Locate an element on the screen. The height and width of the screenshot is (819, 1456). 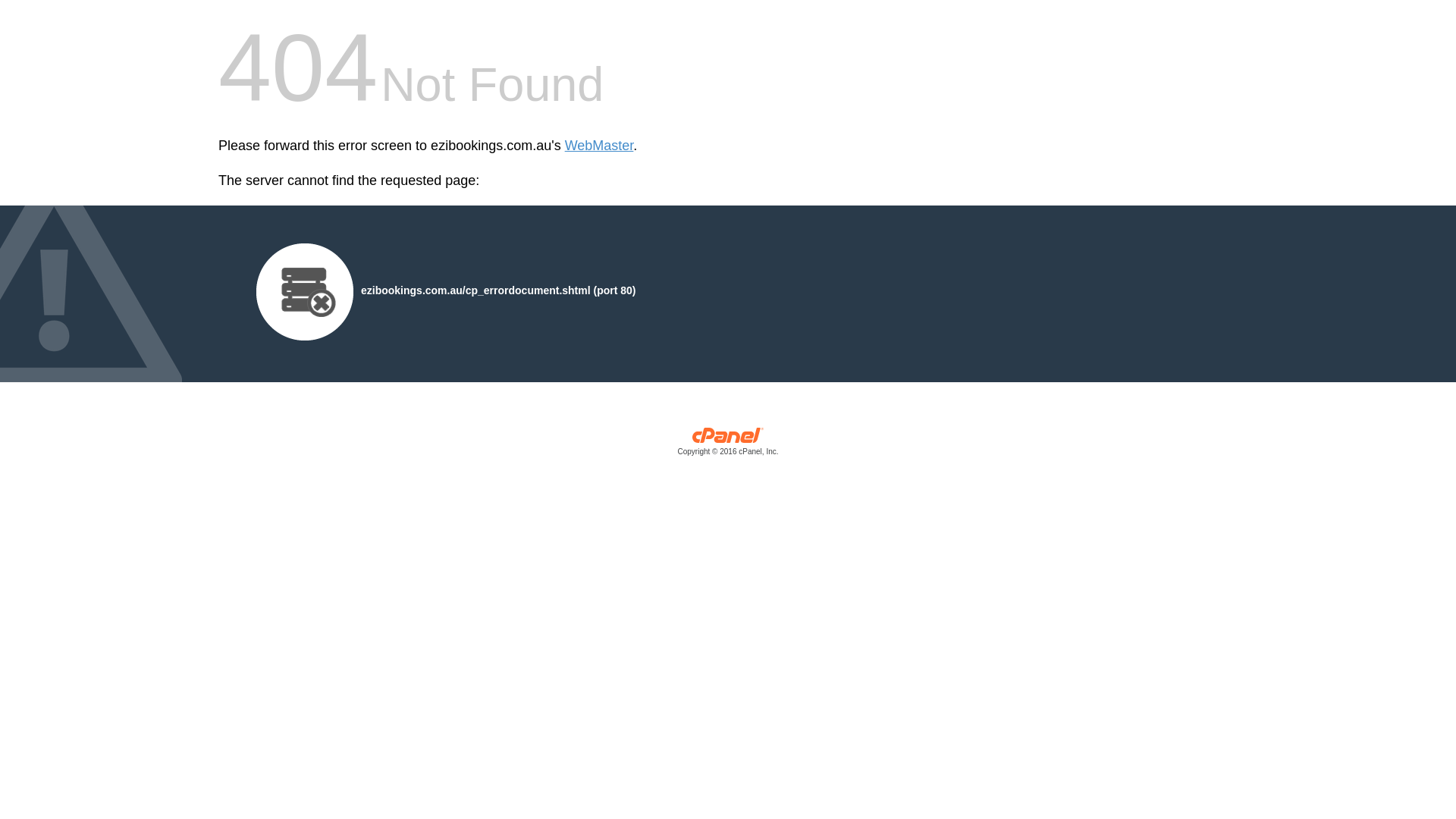
'WebMaster' is located at coordinates (598, 146).